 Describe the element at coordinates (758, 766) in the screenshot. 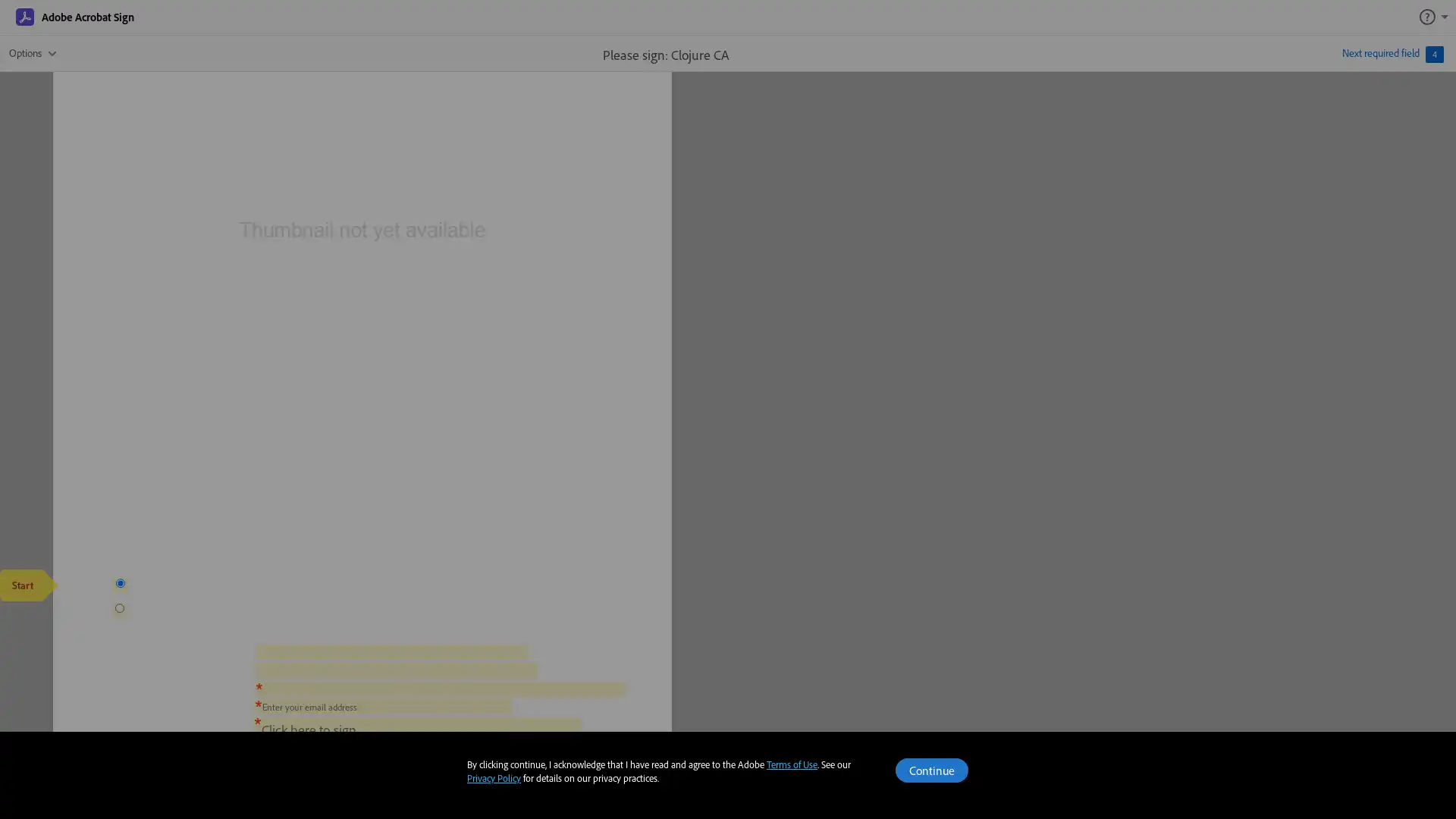

I see `Zoom out` at that location.